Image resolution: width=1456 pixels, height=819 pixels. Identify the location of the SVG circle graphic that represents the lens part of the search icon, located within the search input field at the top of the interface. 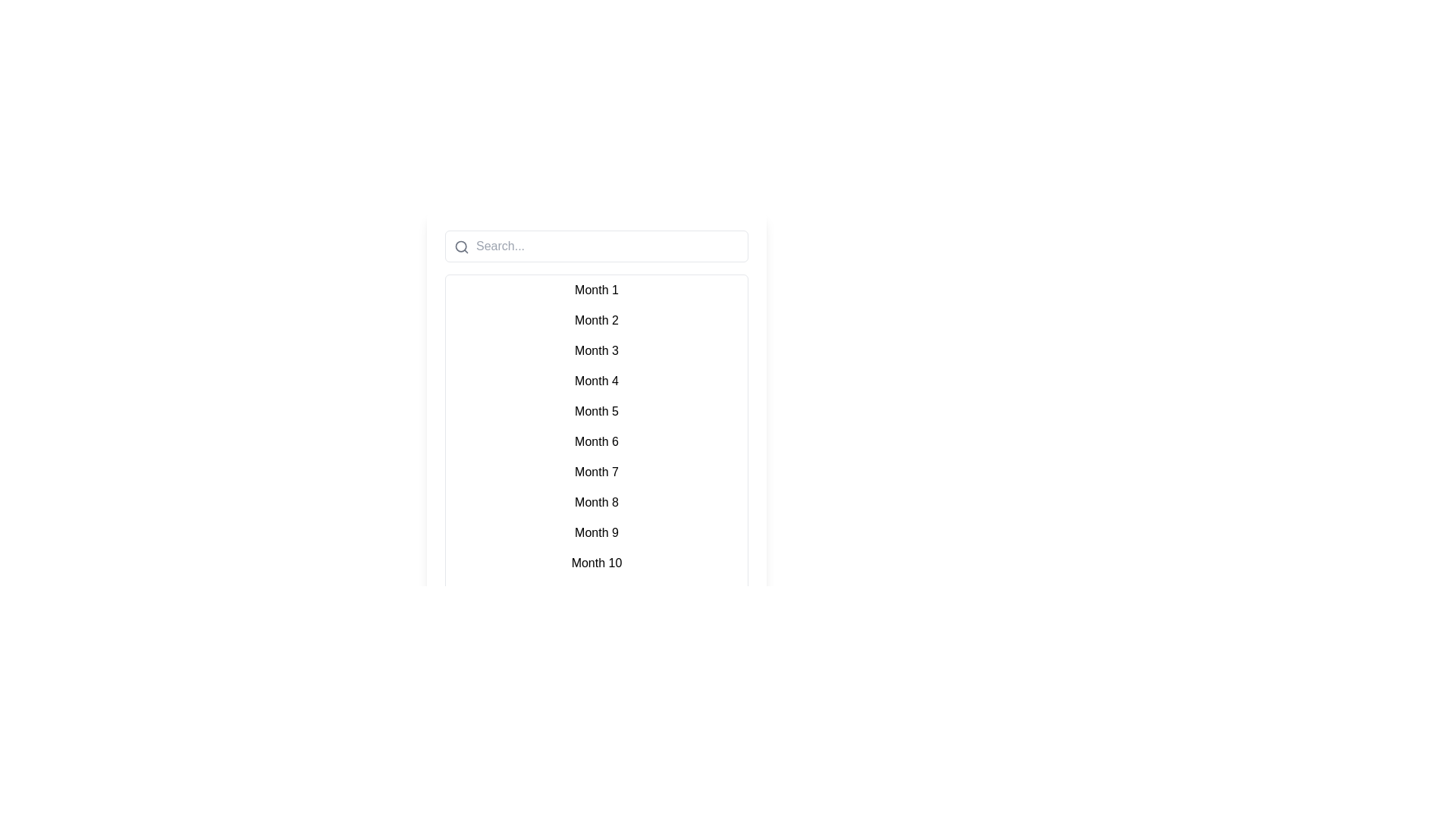
(460, 246).